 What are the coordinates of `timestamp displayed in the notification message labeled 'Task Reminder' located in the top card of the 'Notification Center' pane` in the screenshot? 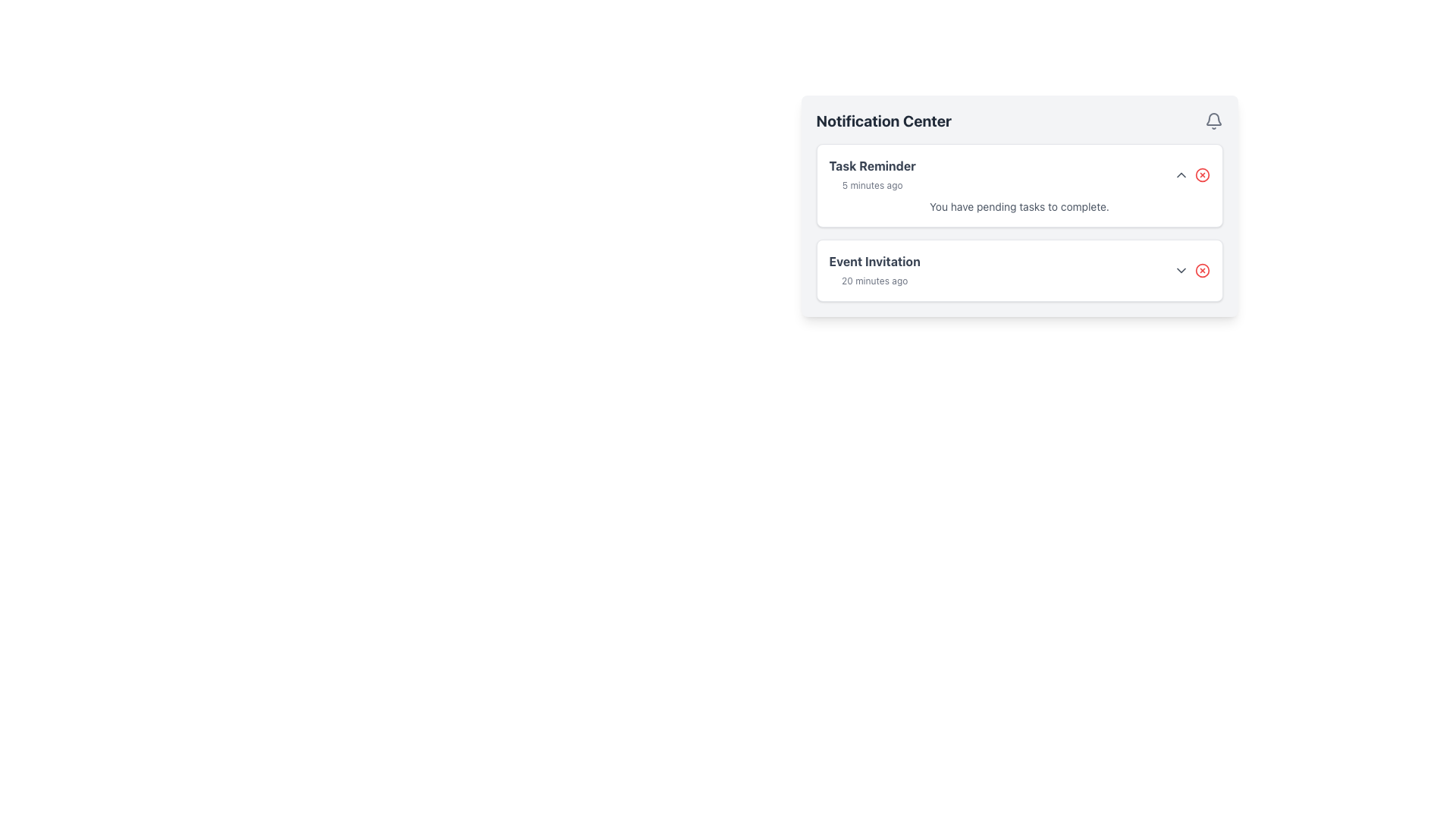 It's located at (872, 174).